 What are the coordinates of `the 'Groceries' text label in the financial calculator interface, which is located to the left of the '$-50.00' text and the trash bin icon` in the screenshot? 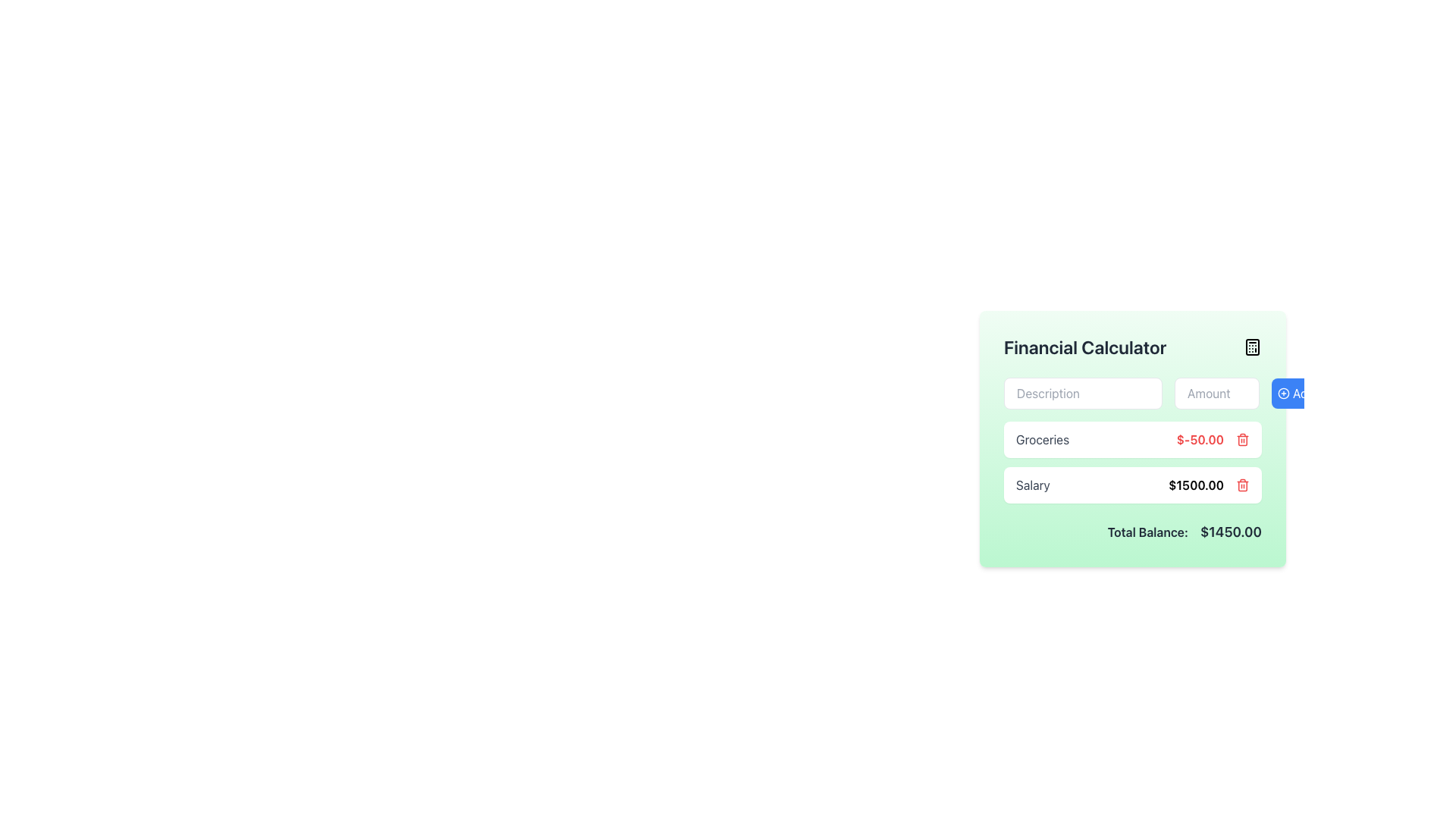 It's located at (1042, 439).